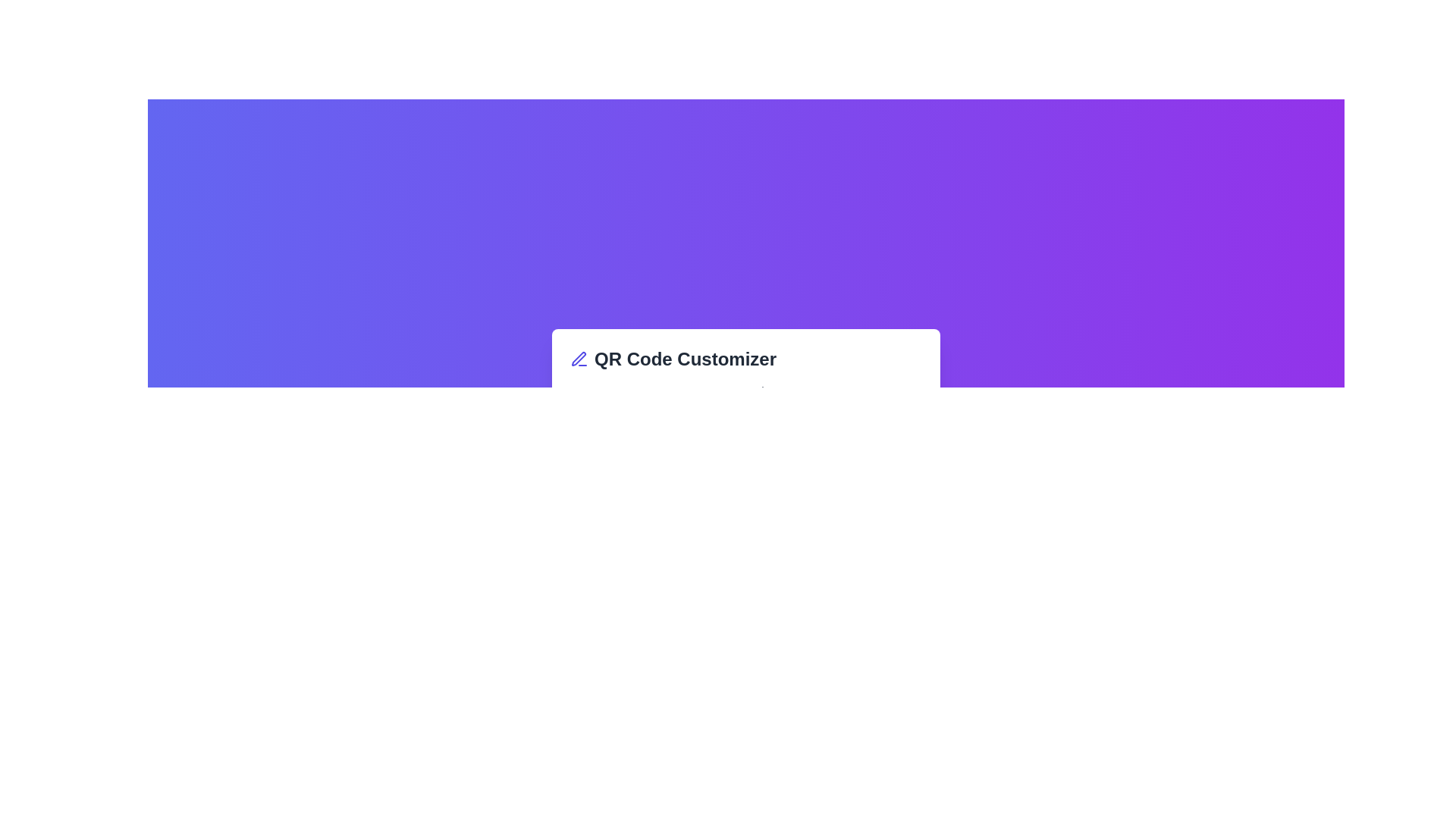 This screenshot has width=1456, height=819. I want to click on the editing tool icon associated with the 'QR Code Customizer' feature, which is located to the left of the text label, so click(578, 359).